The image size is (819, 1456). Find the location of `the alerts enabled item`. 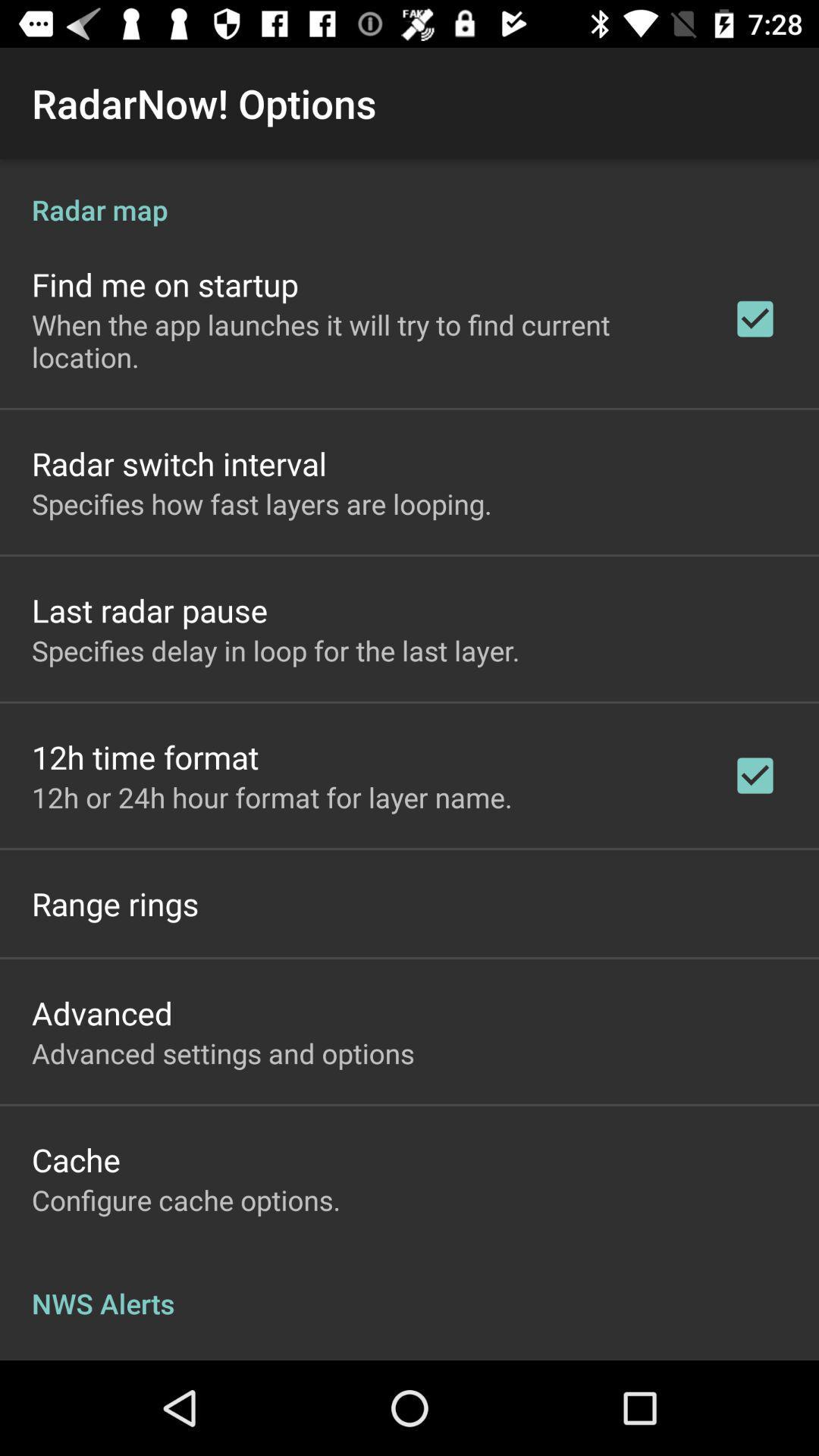

the alerts enabled item is located at coordinates (133, 1358).